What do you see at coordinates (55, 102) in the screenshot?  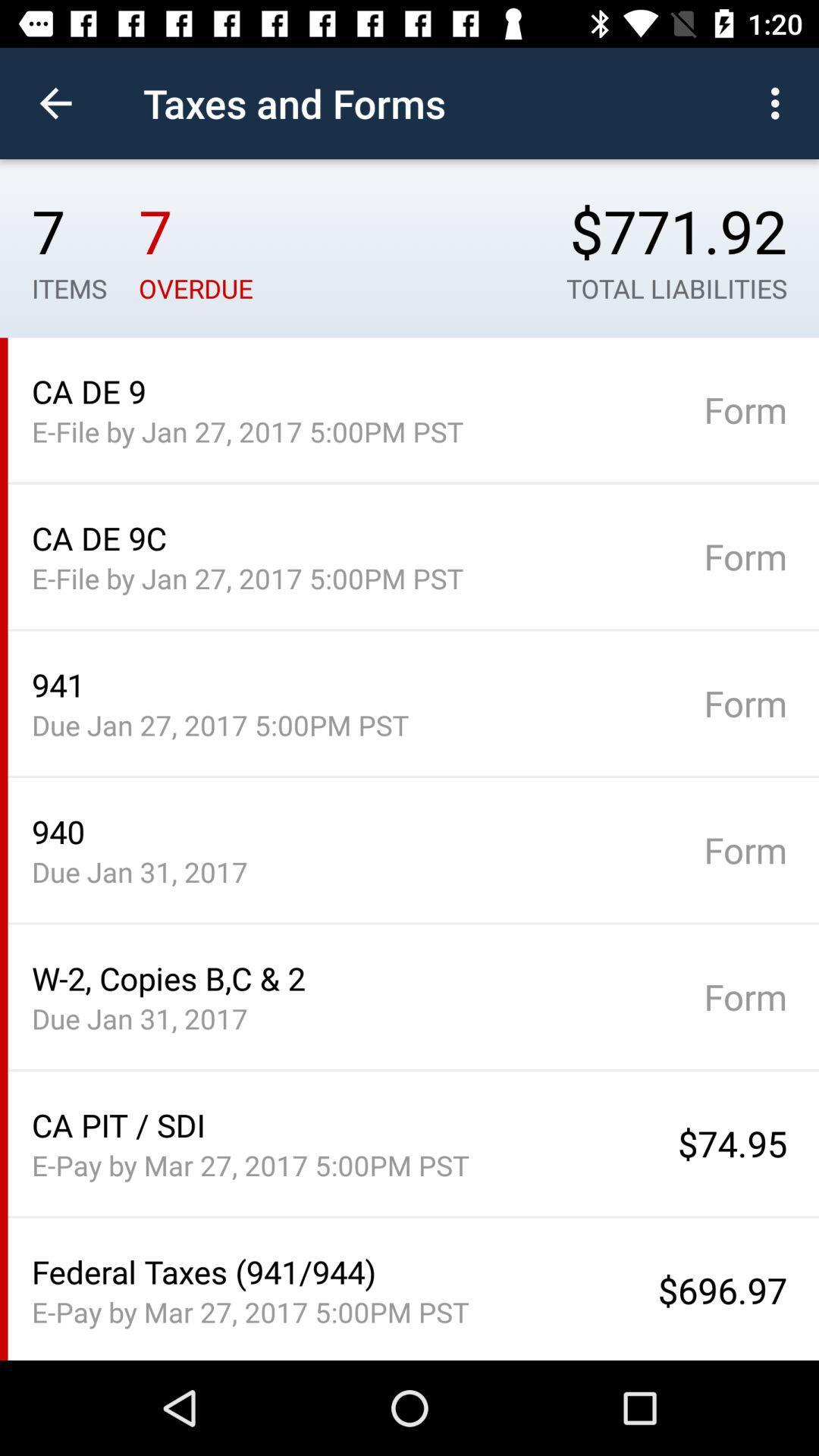 I see `item above 7` at bounding box center [55, 102].